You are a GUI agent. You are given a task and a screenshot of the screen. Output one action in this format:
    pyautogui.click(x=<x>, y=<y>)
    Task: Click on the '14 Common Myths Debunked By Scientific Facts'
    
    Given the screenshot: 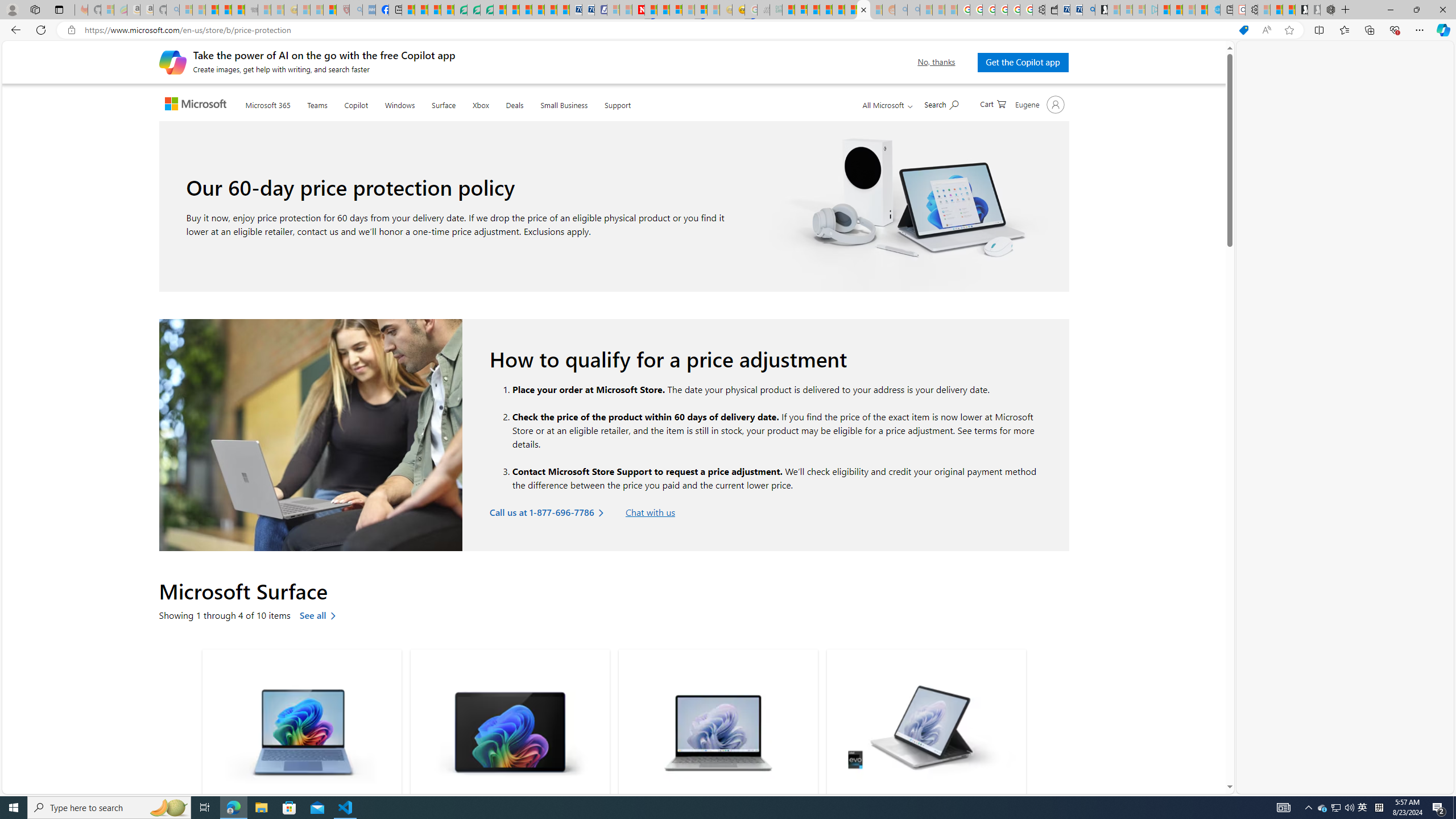 What is the action you would take?
    pyautogui.click(x=663, y=9)
    